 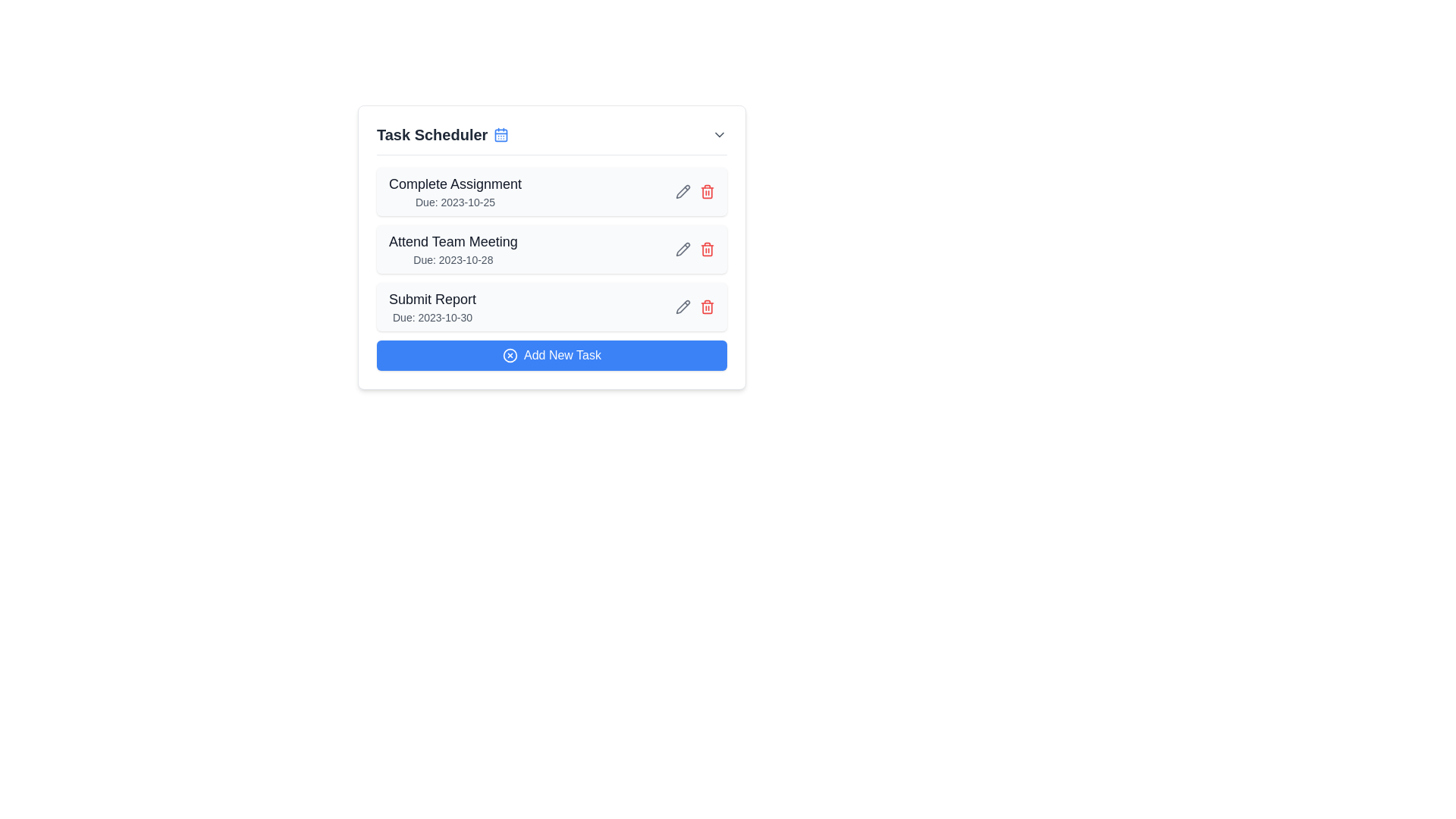 What do you see at coordinates (682, 190) in the screenshot?
I see `the interactive edit icon located in the top-right corner of the 'Complete Assignment' panel row` at bounding box center [682, 190].